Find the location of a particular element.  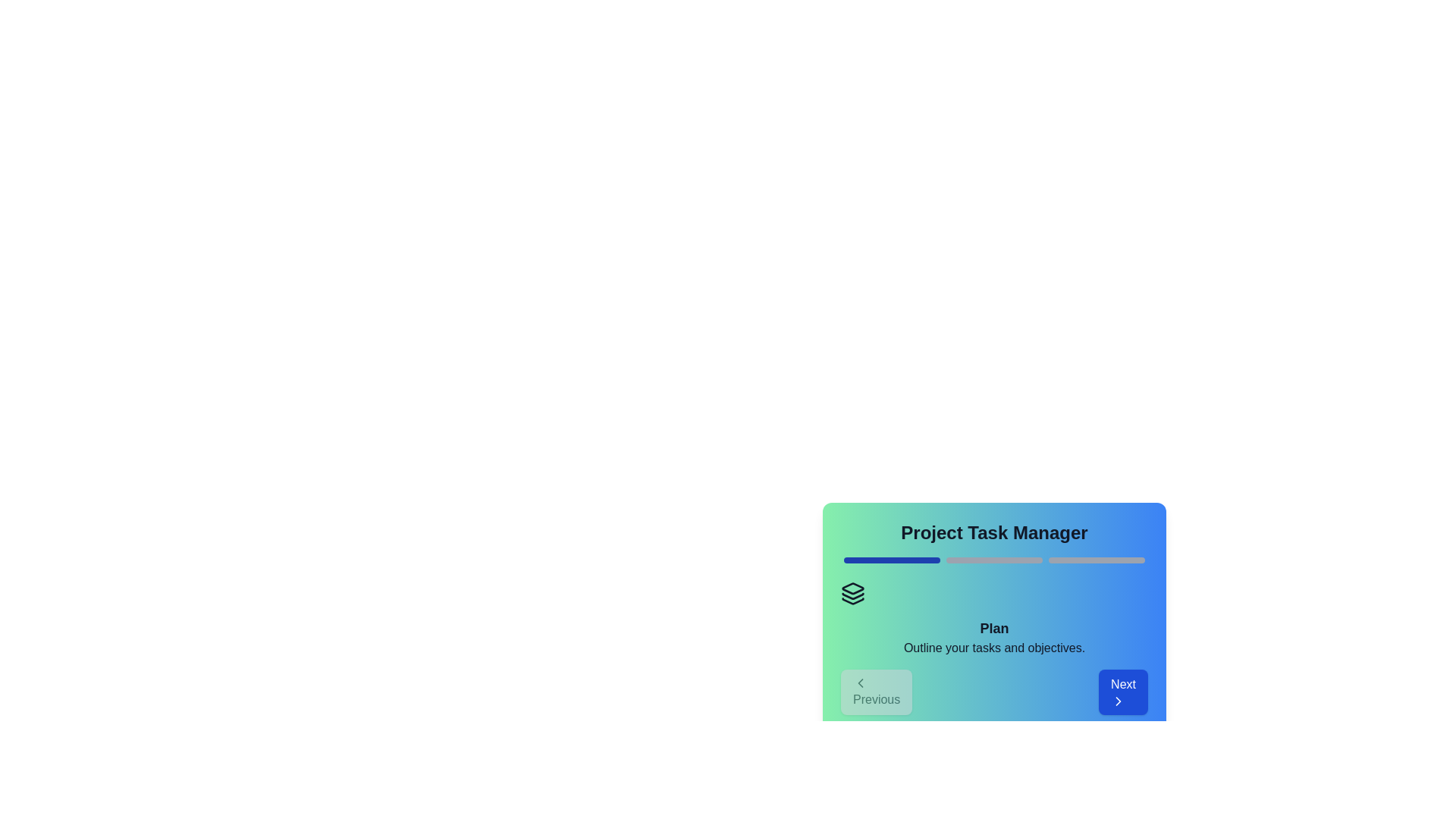

the 'Next' button to navigate to the next step is located at coordinates (1123, 692).